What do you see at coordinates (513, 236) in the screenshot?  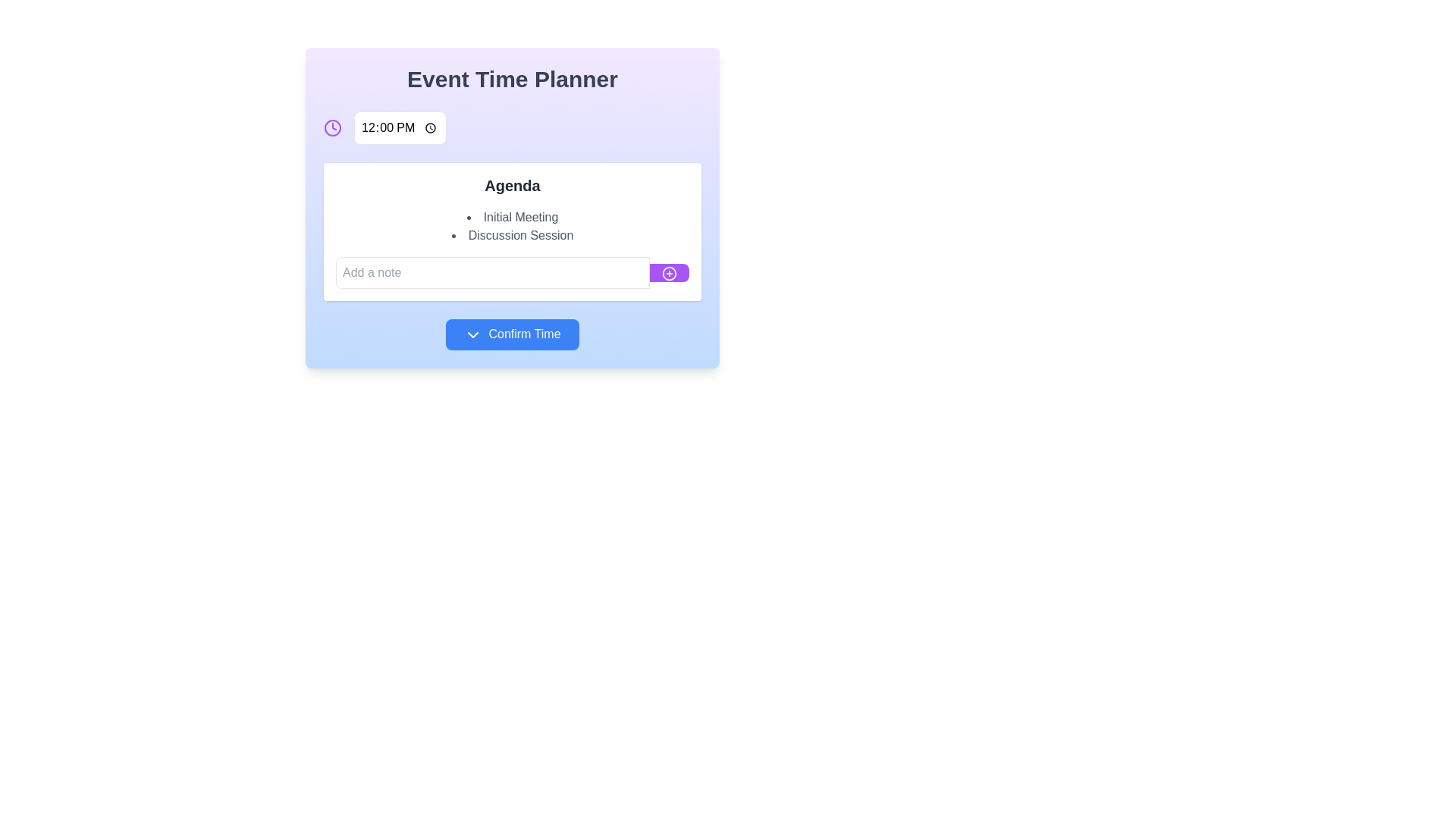 I see `the static text item displaying 'Discussion Session' in the Agenda section of the Event Time Planner, located below 'Initial Meeting'` at bounding box center [513, 236].